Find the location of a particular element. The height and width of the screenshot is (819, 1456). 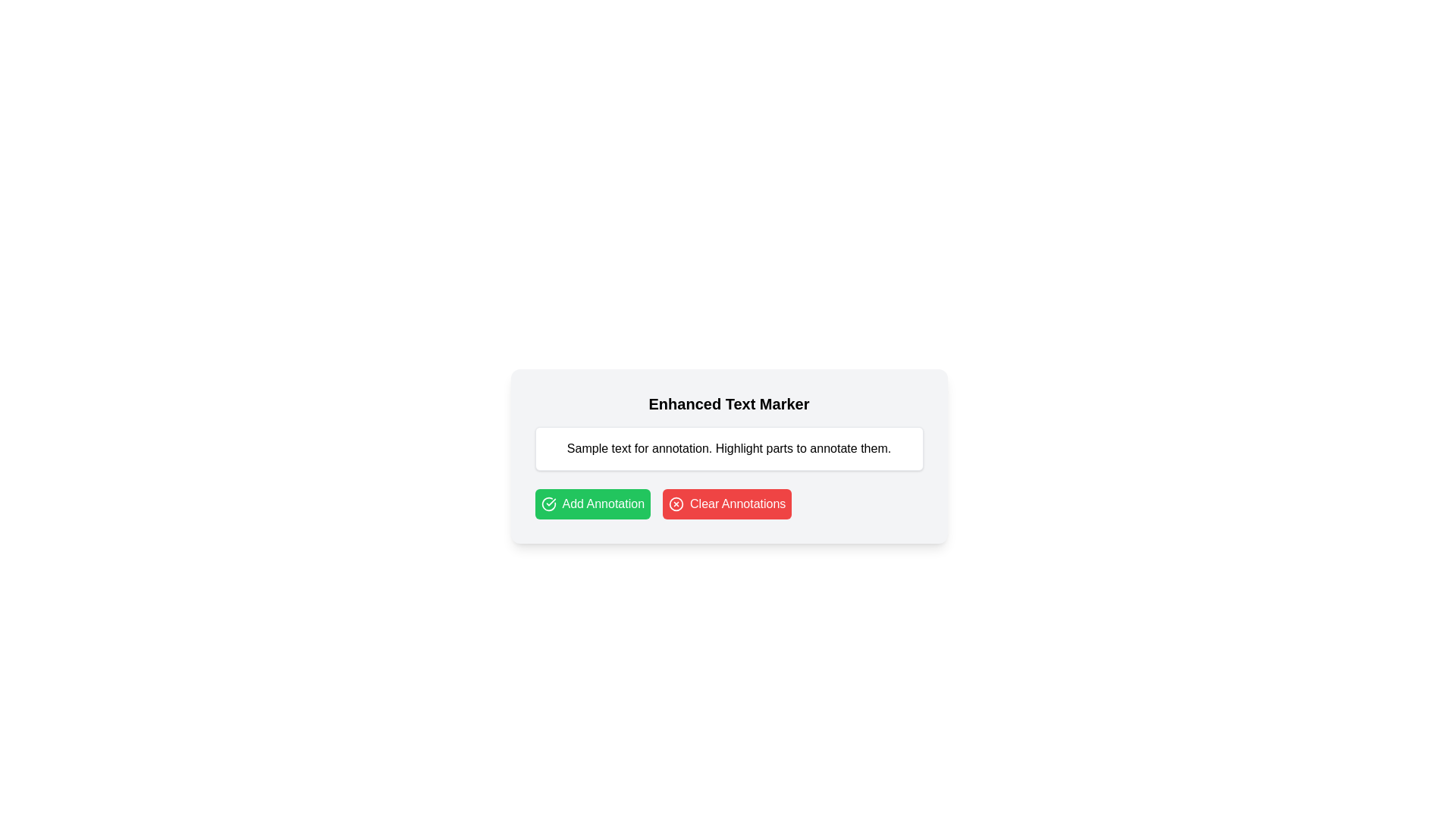

the lowercase 'i' character in the word 'annotation' within the text block that contains the sentence 'Sample text for annotation. Highlight parts to annotate them.' is located at coordinates (693, 447).